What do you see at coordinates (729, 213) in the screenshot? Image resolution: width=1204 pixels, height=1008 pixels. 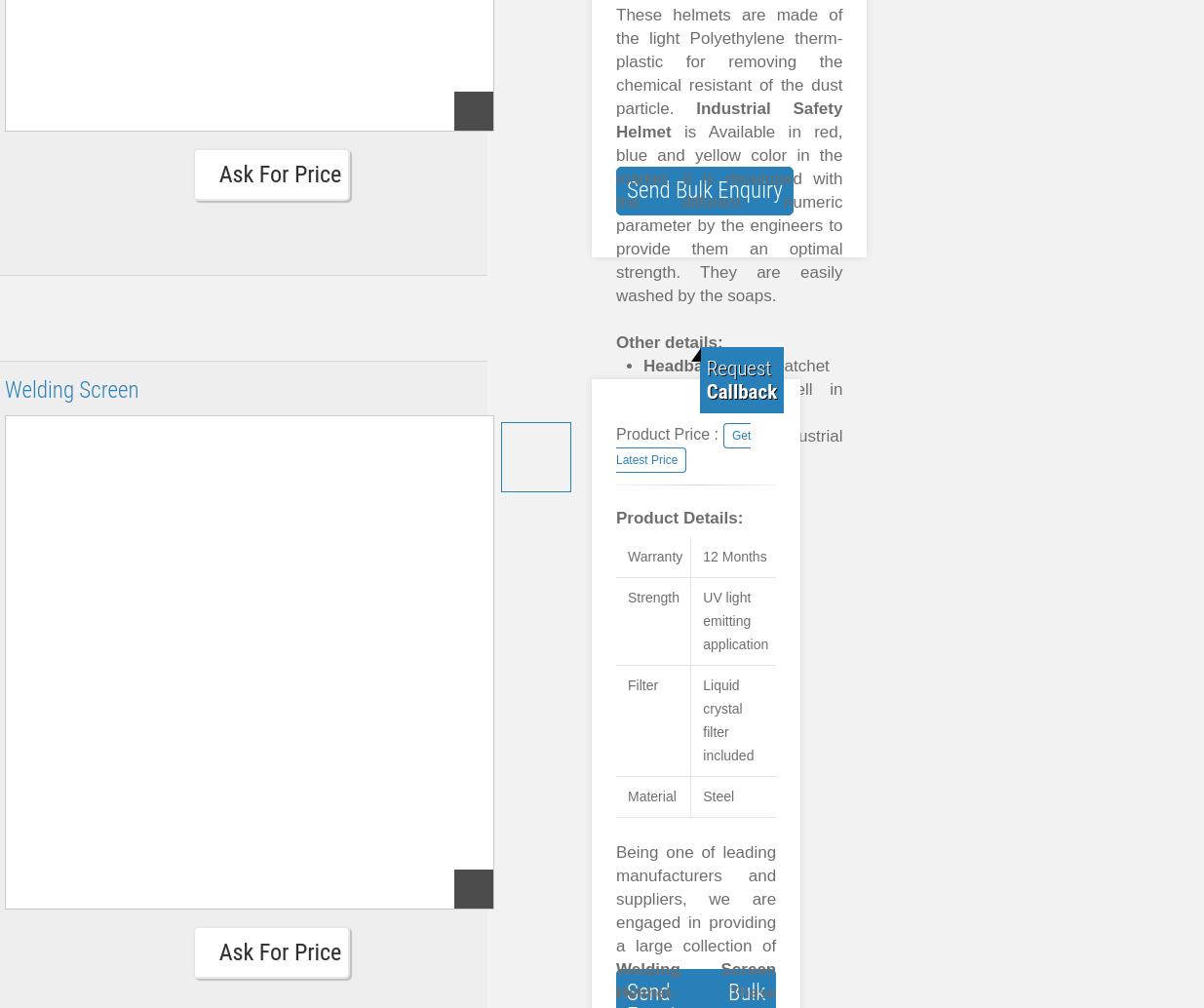 I see `'is Available in red, blue and yellow color in the market. It is developed with the different numeric parameter by the engineers to provide them an optimal strength. They are easily washed by the soaps.'` at bounding box center [729, 213].